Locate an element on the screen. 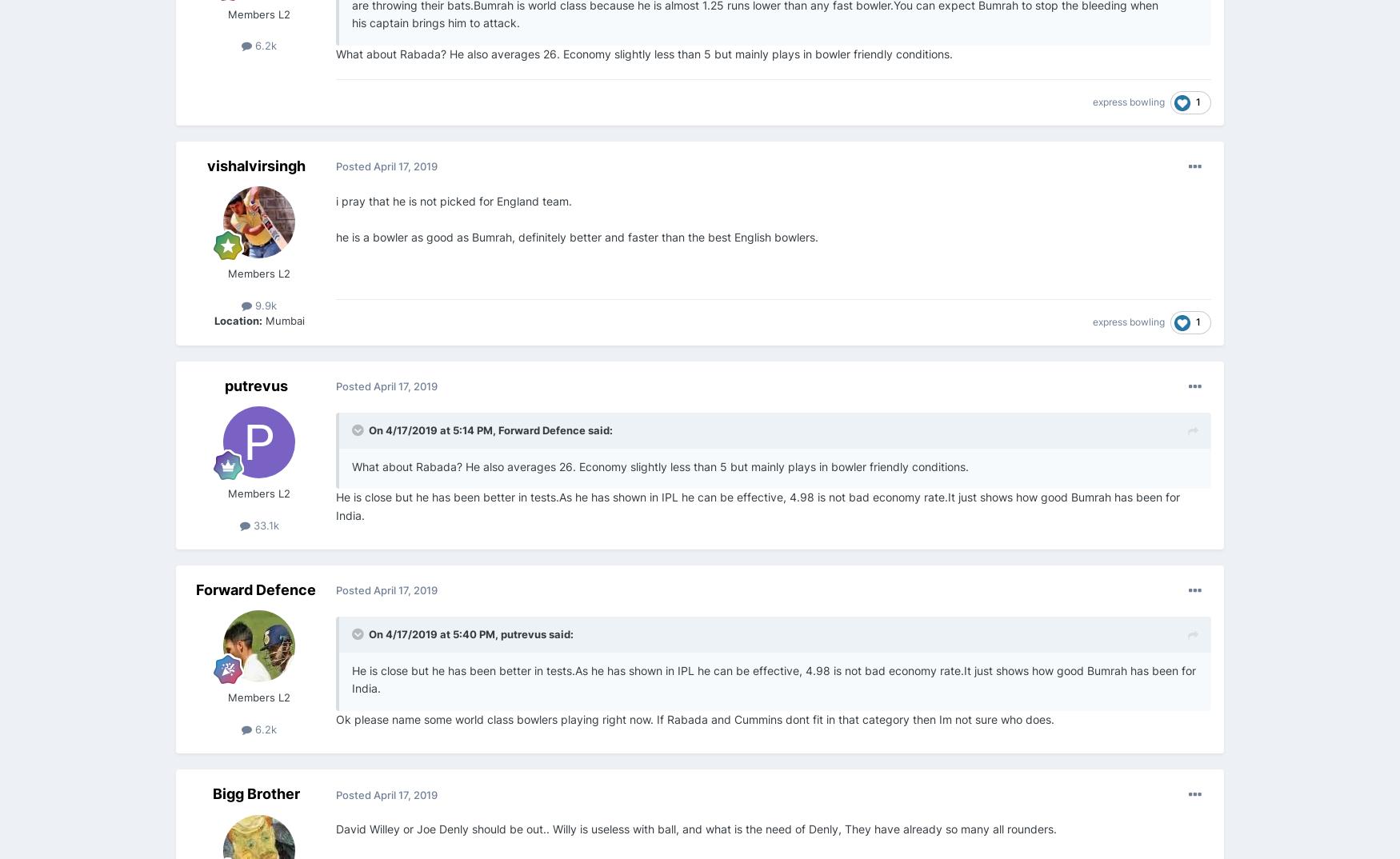 This screenshot has width=1400, height=859. 'he is a bowler as good as Bumrah, definitely better and faster than the best English bowlers.' is located at coordinates (335, 236).